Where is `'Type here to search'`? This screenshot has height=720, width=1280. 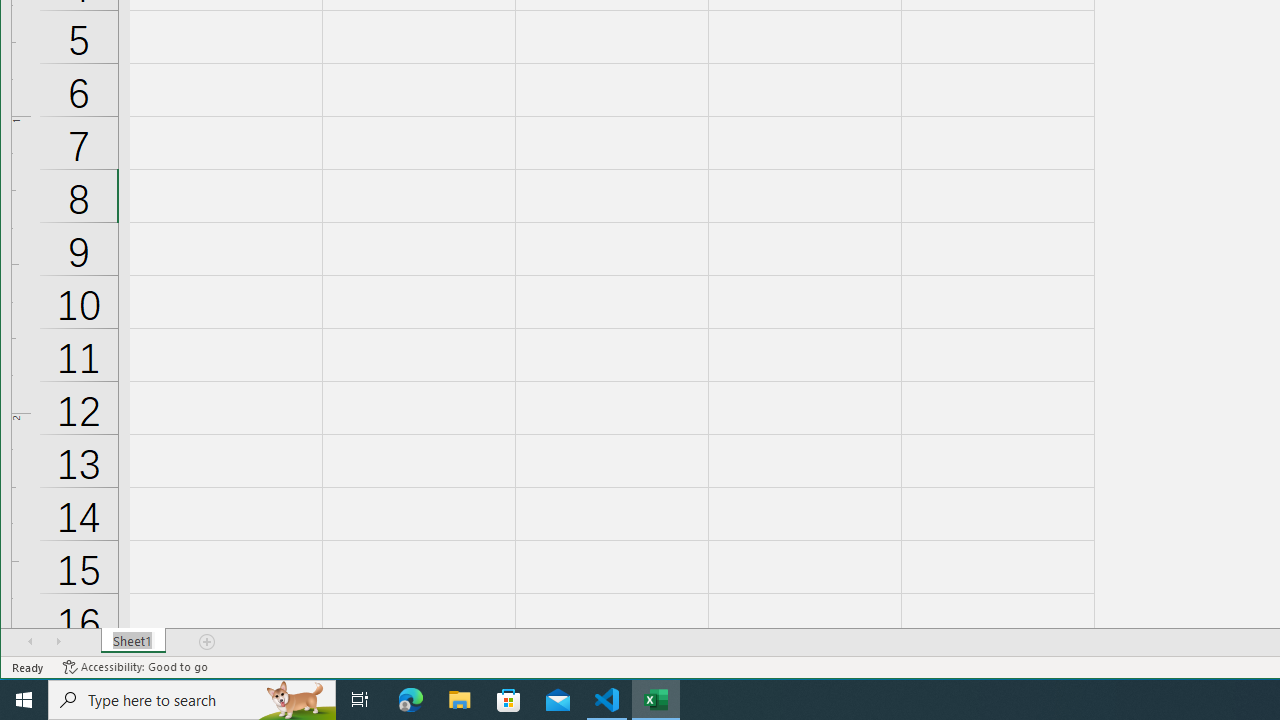
'Type here to search' is located at coordinates (192, 698).